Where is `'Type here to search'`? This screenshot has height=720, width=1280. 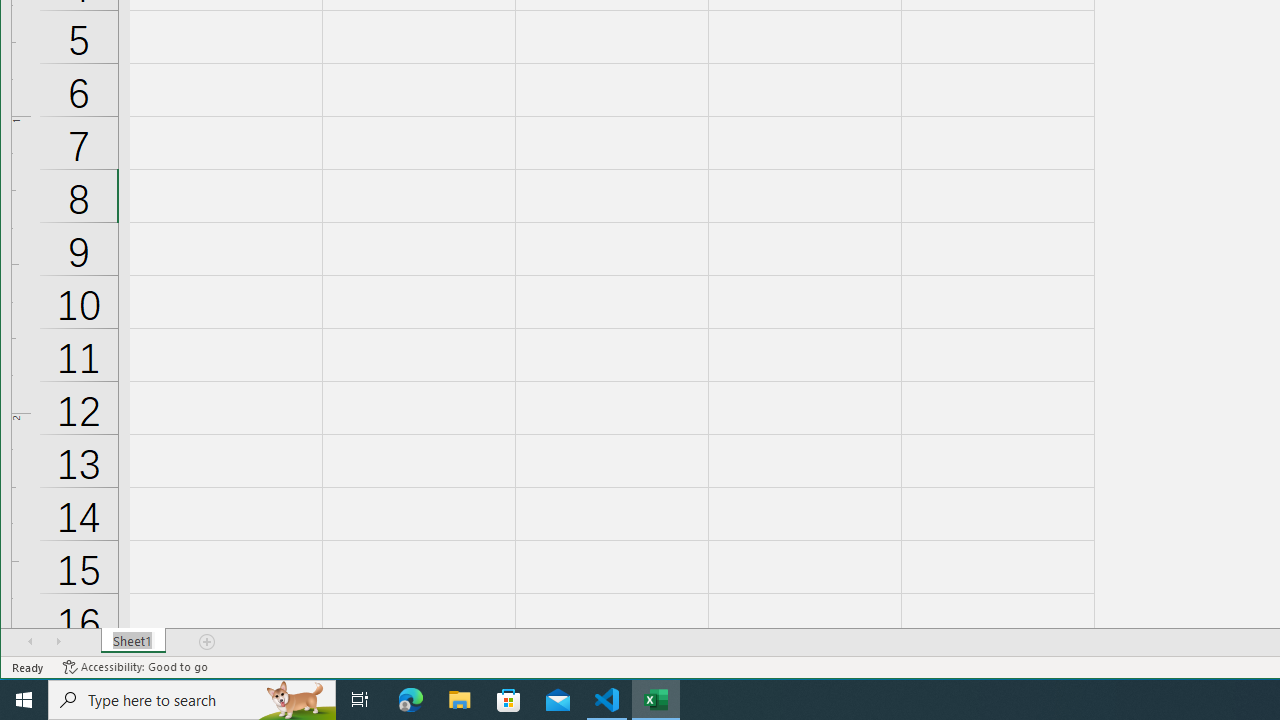
'Type here to search' is located at coordinates (192, 698).